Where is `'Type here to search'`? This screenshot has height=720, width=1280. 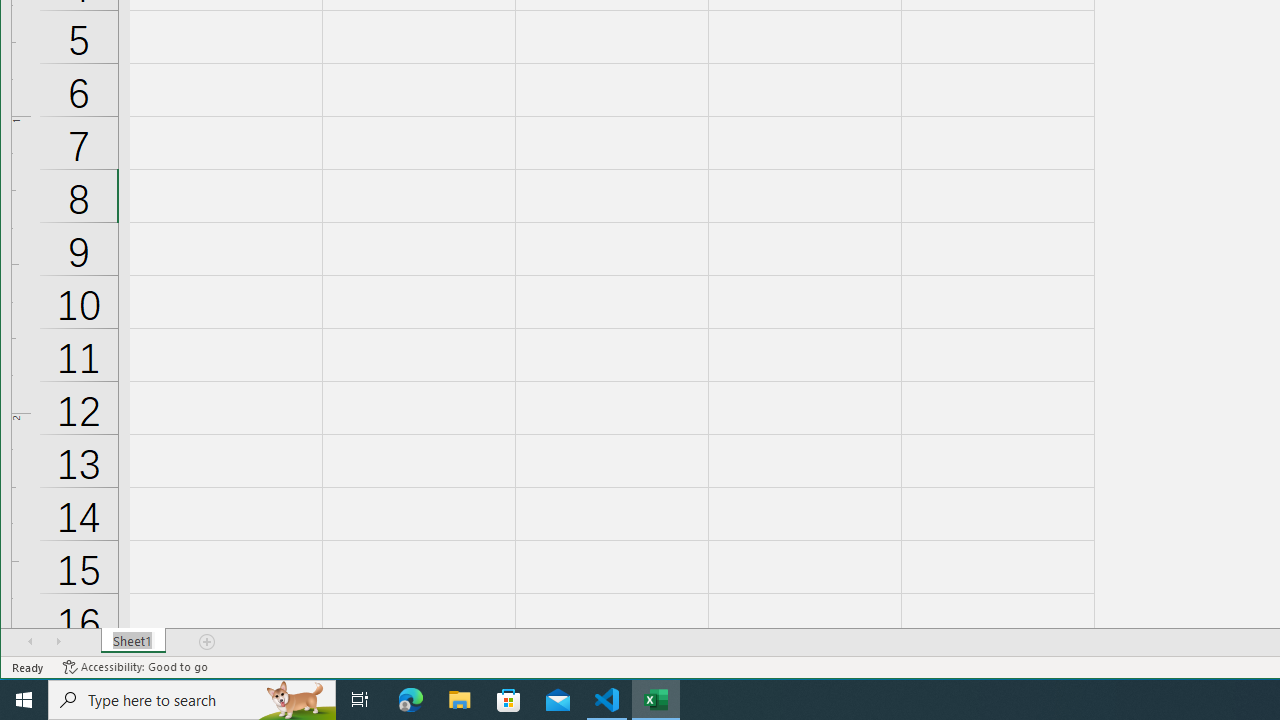
'Type here to search' is located at coordinates (192, 698).